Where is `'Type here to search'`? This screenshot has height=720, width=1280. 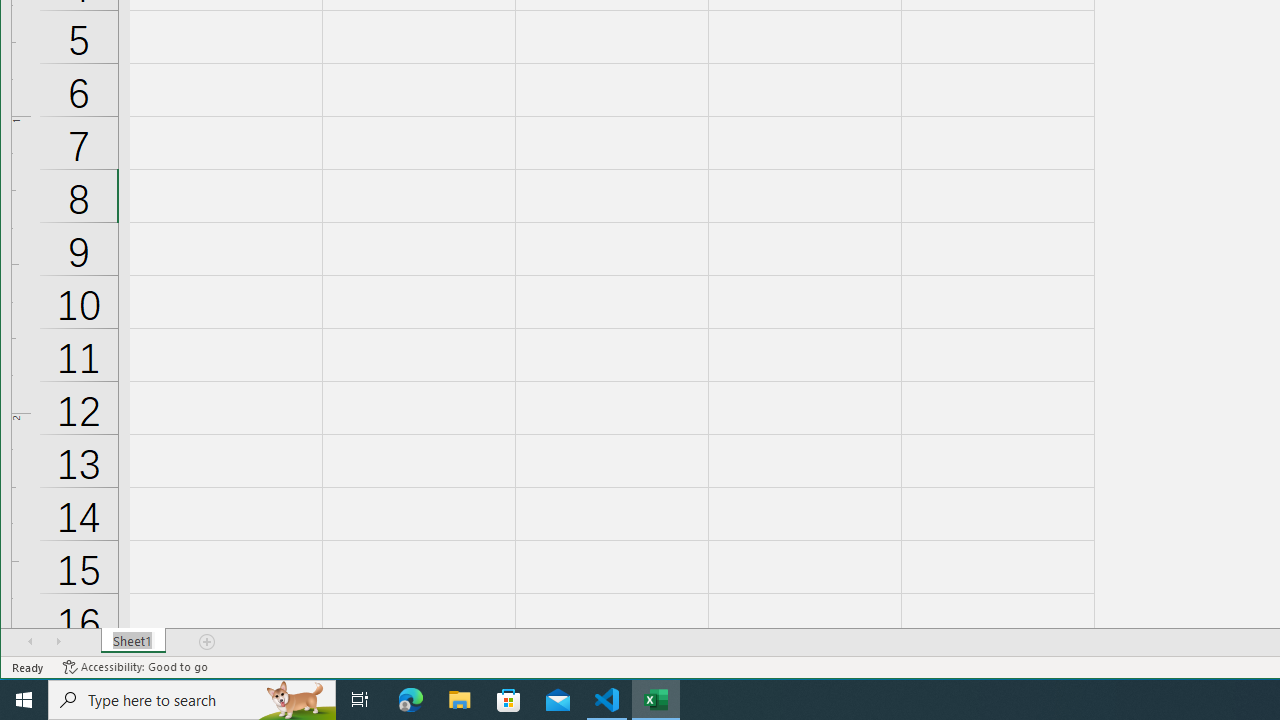
'Type here to search' is located at coordinates (192, 698).